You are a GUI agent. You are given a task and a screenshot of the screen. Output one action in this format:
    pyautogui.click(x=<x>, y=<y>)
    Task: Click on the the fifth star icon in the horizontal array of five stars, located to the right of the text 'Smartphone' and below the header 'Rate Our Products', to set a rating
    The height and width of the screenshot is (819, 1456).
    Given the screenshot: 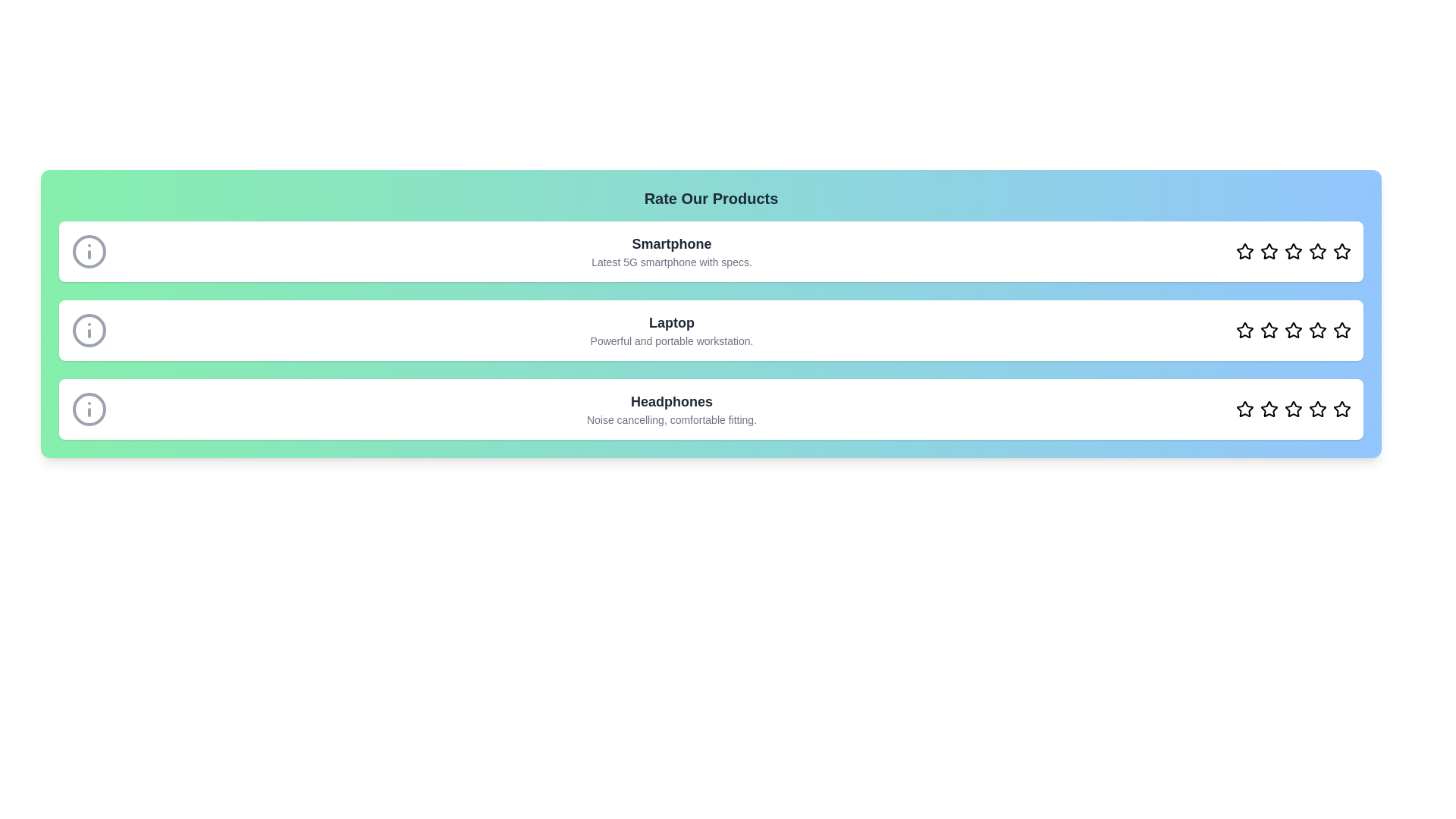 What is the action you would take?
    pyautogui.click(x=1342, y=250)
    